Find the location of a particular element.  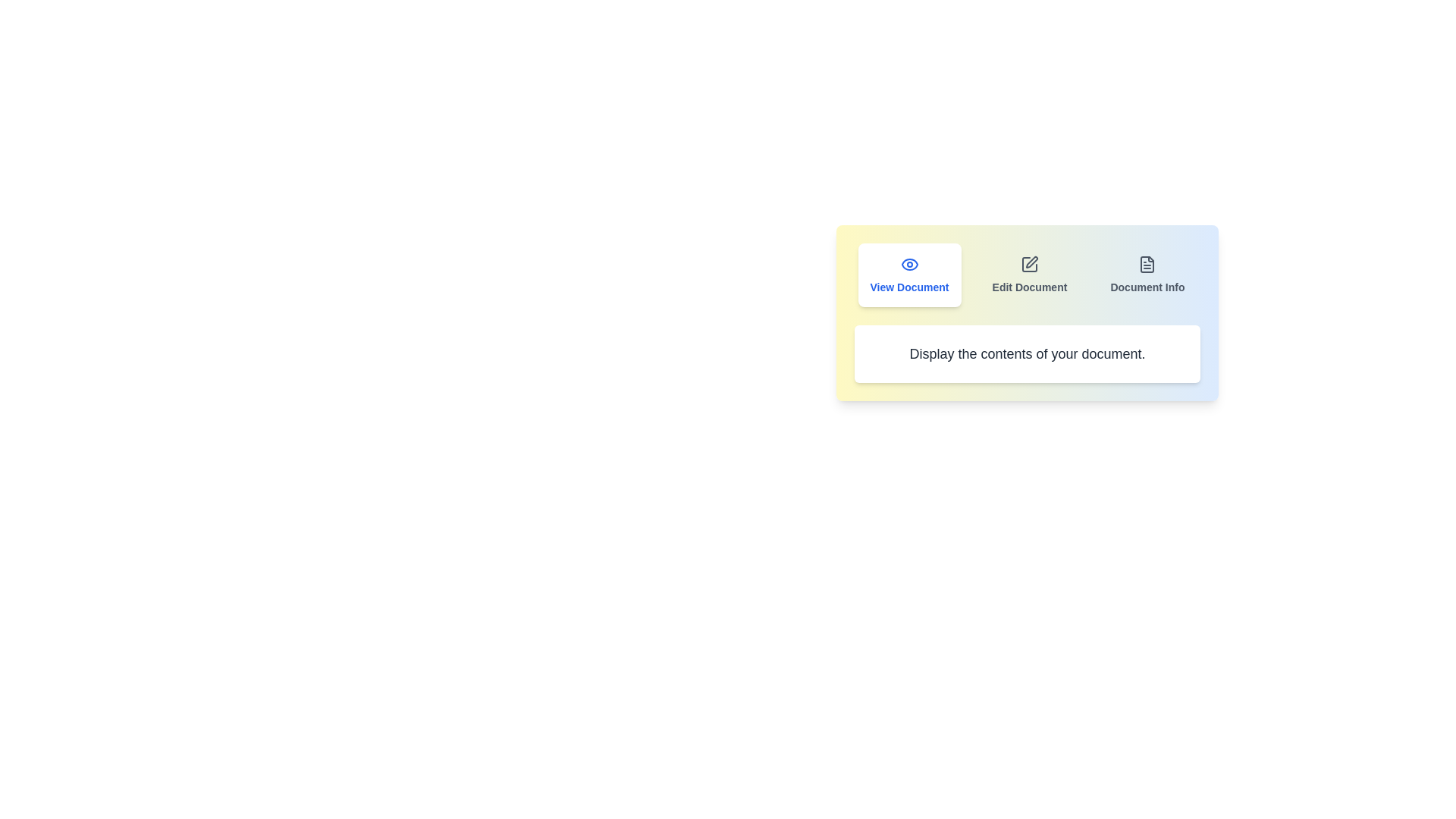

the tab labeled View Document is located at coordinates (909, 275).